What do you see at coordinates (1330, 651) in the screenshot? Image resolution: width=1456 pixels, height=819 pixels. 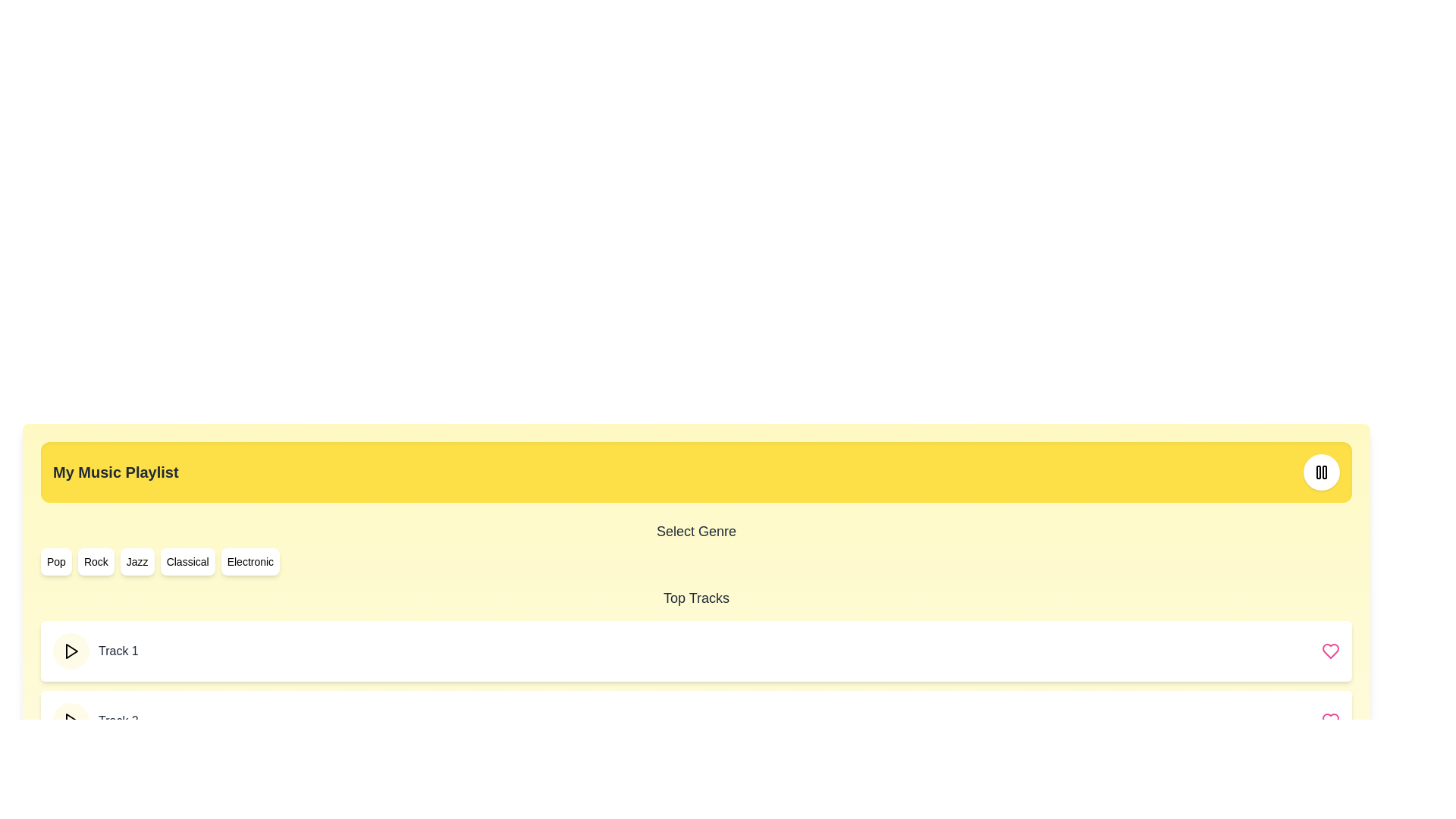 I see `the heart-shaped icon on the far right of the track card for 'Track 1' in the 'Top Tracks' section to mark the item as a favorite` at bounding box center [1330, 651].